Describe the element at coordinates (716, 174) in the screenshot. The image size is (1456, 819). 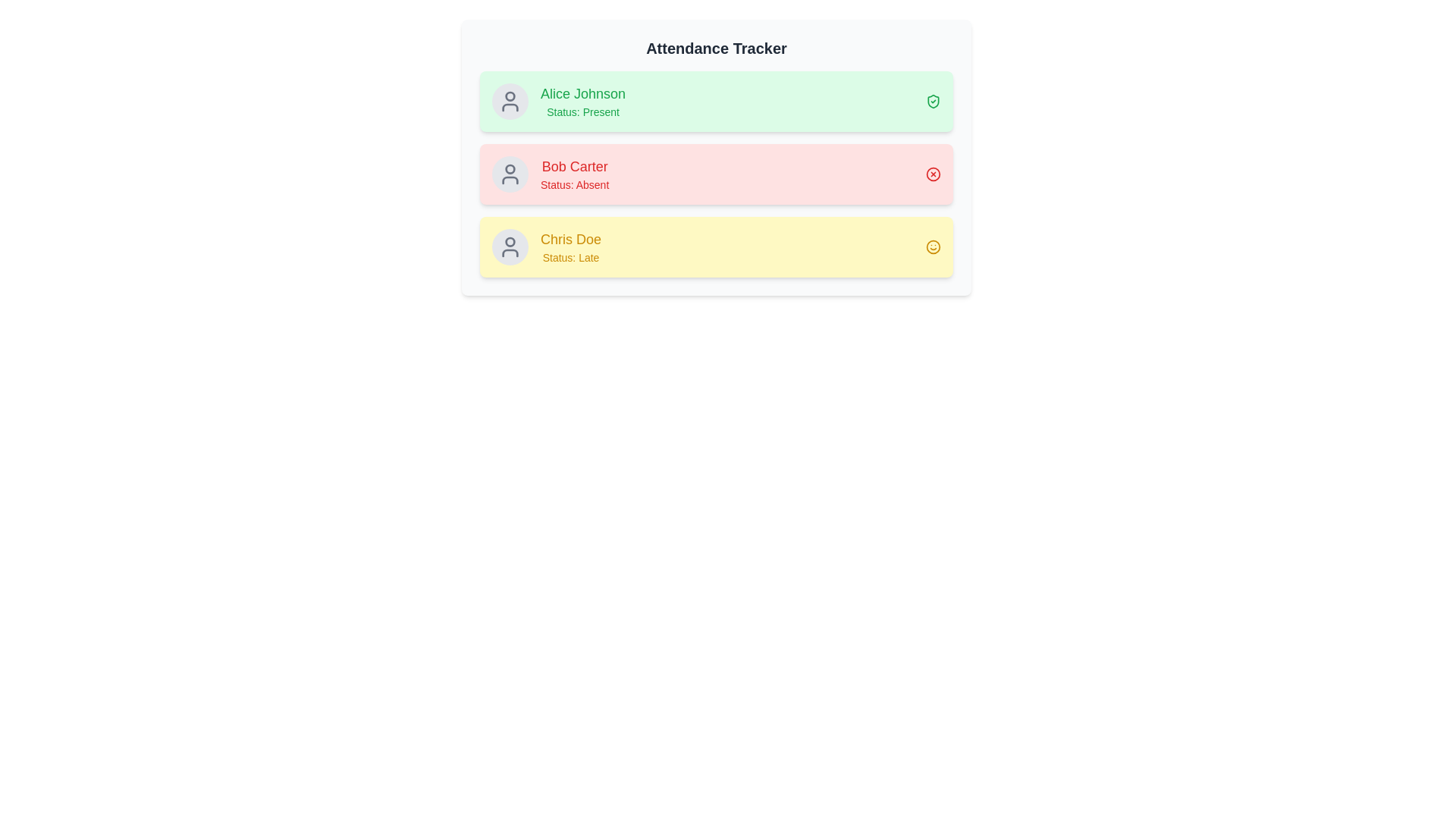
I see `the second list item` at that location.